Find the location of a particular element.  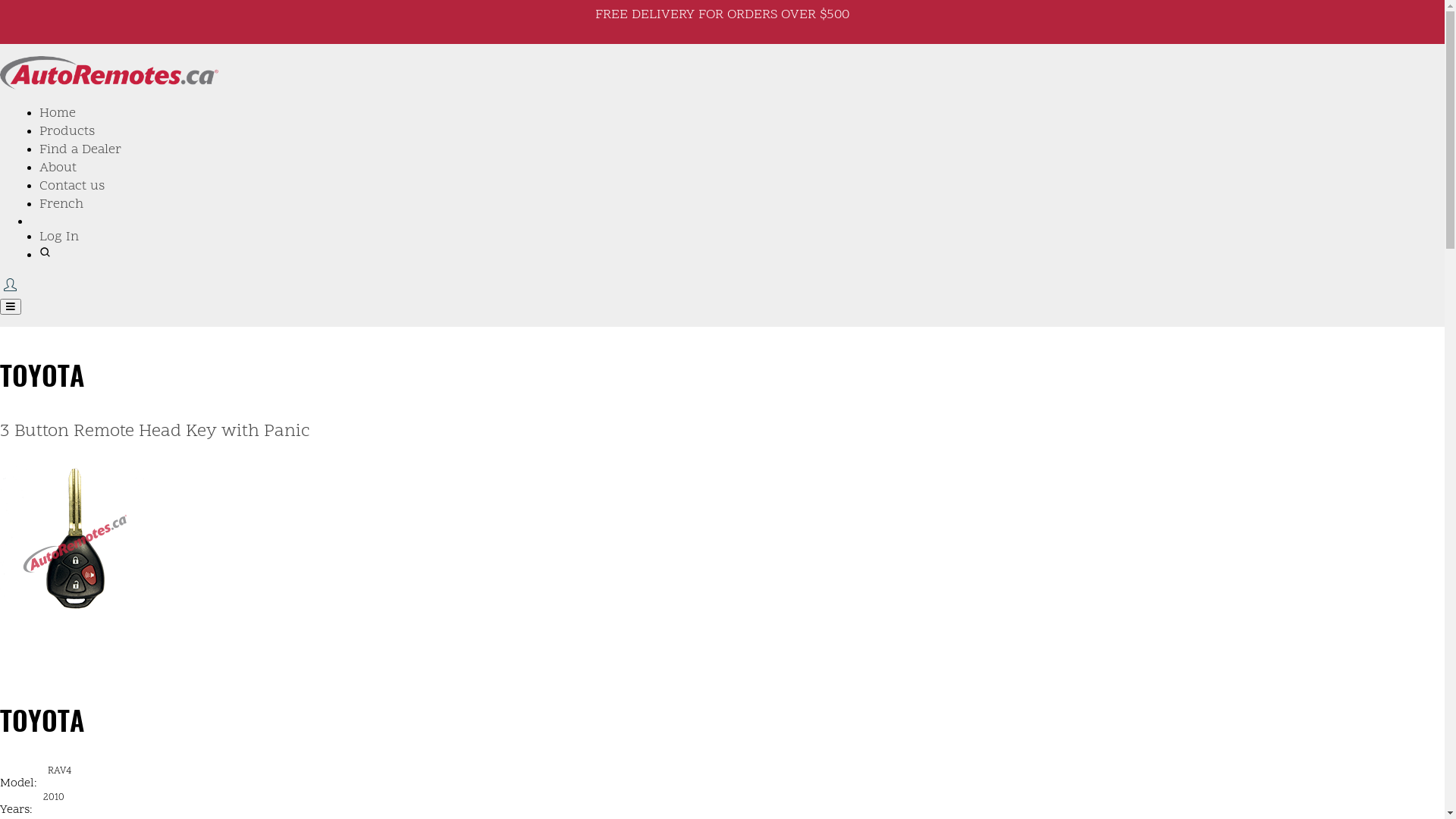

'Contact us' is located at coordinates (39, 185).